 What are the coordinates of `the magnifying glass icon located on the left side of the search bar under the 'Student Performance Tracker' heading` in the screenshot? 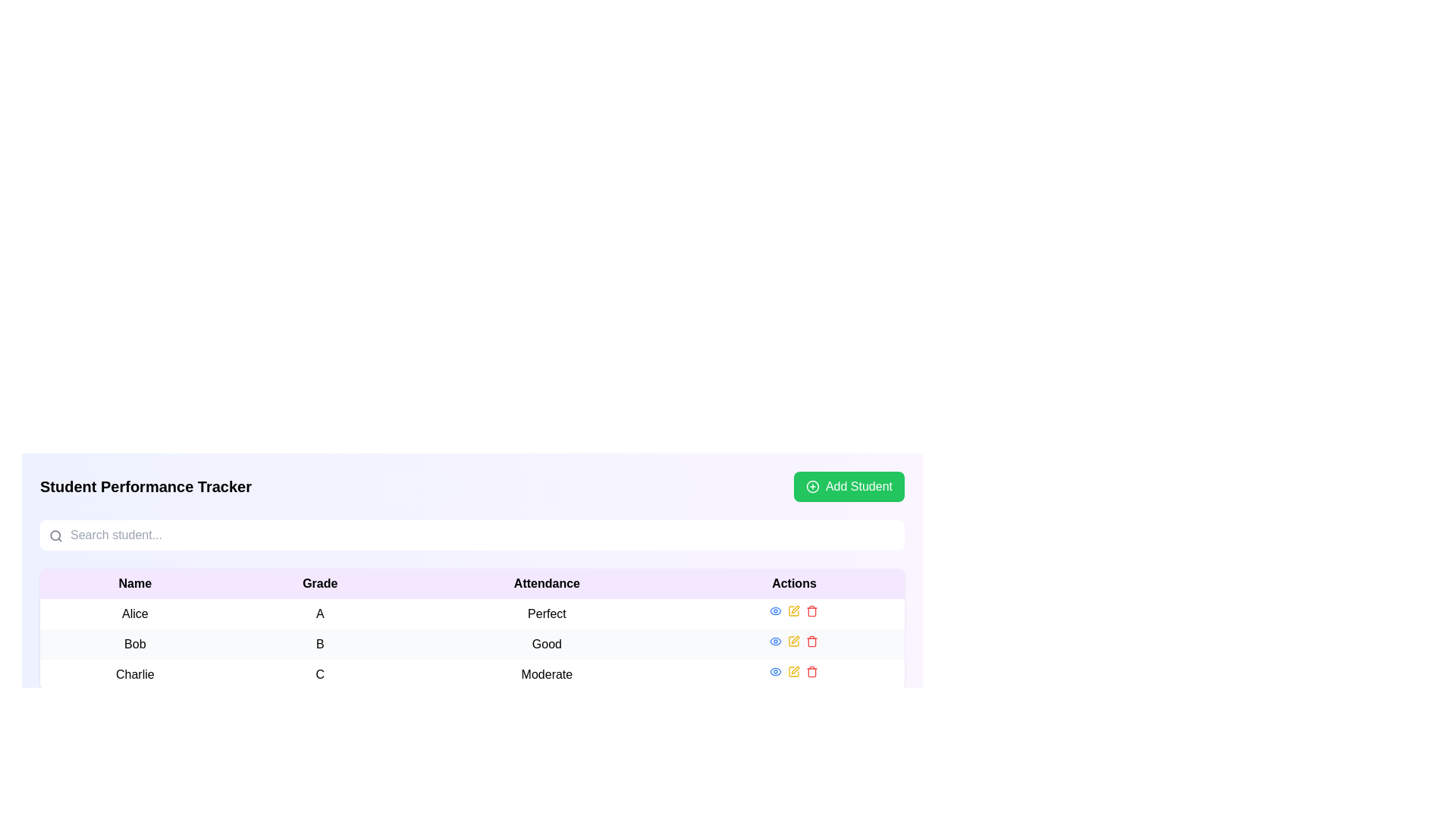 It's located at (55, 535).